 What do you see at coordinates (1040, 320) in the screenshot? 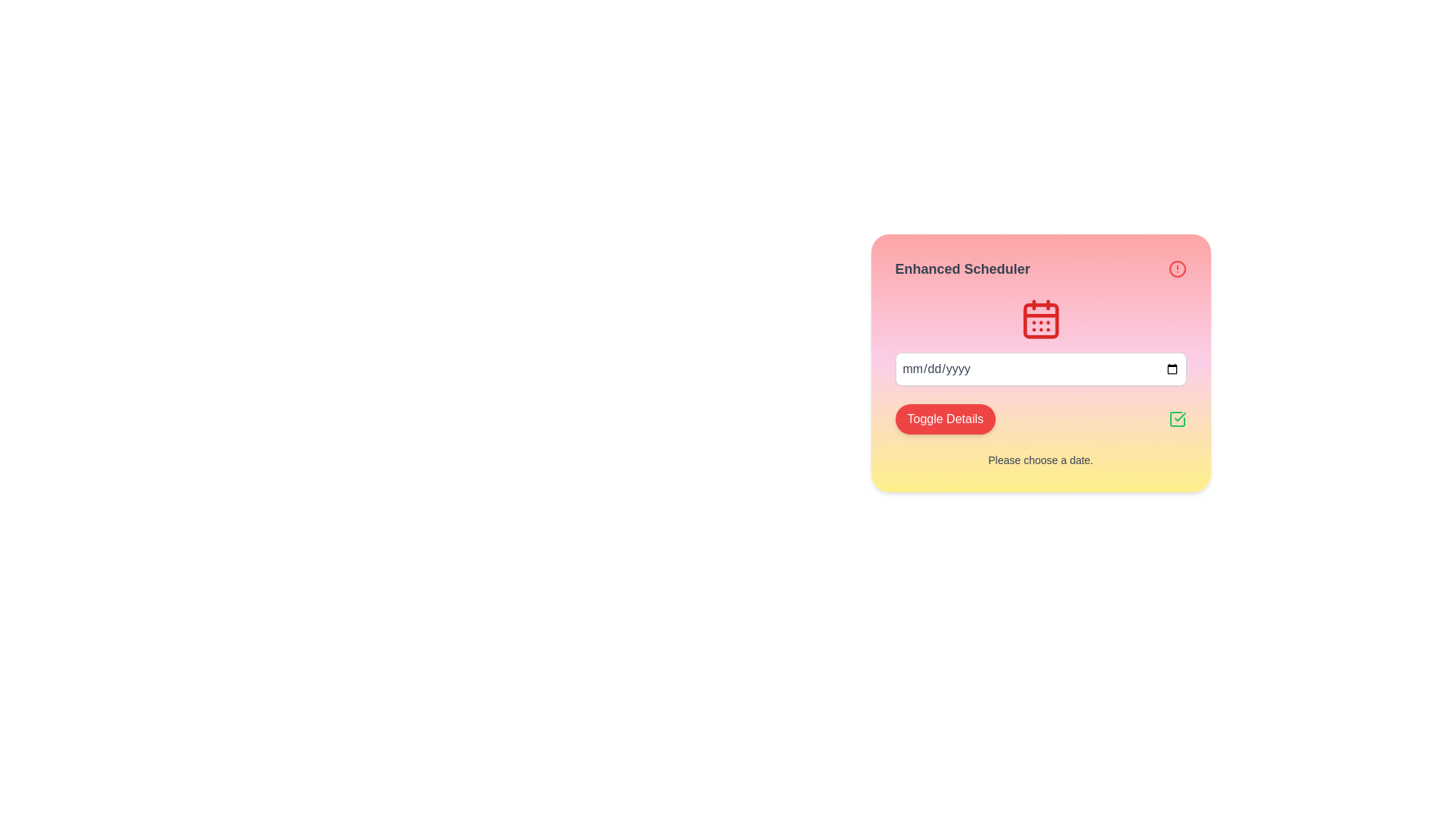
I see `the date block within the calendar icon located centrally in the pink-colored section of the widget` at bounding box center [1040, 320].